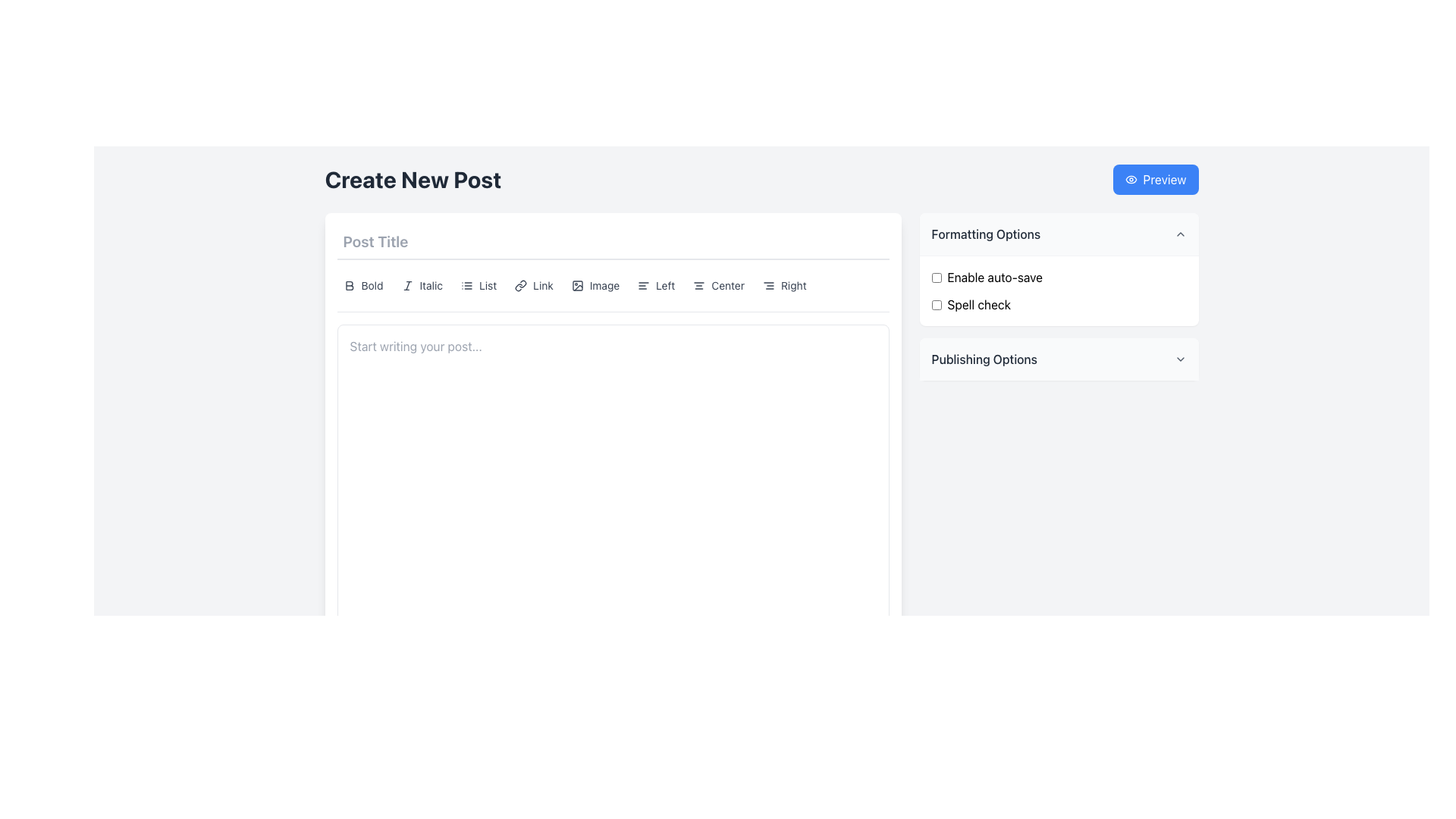 Image resolution: width=1456 pixels, height=819 pixels. Describe the element at coordinates (935, 304) in the screenshot. I see `the small square checkbox with rounded edges and a blue color accent located to the left of the 'Spell check' label in the 'Formatting Options' section` at that location.